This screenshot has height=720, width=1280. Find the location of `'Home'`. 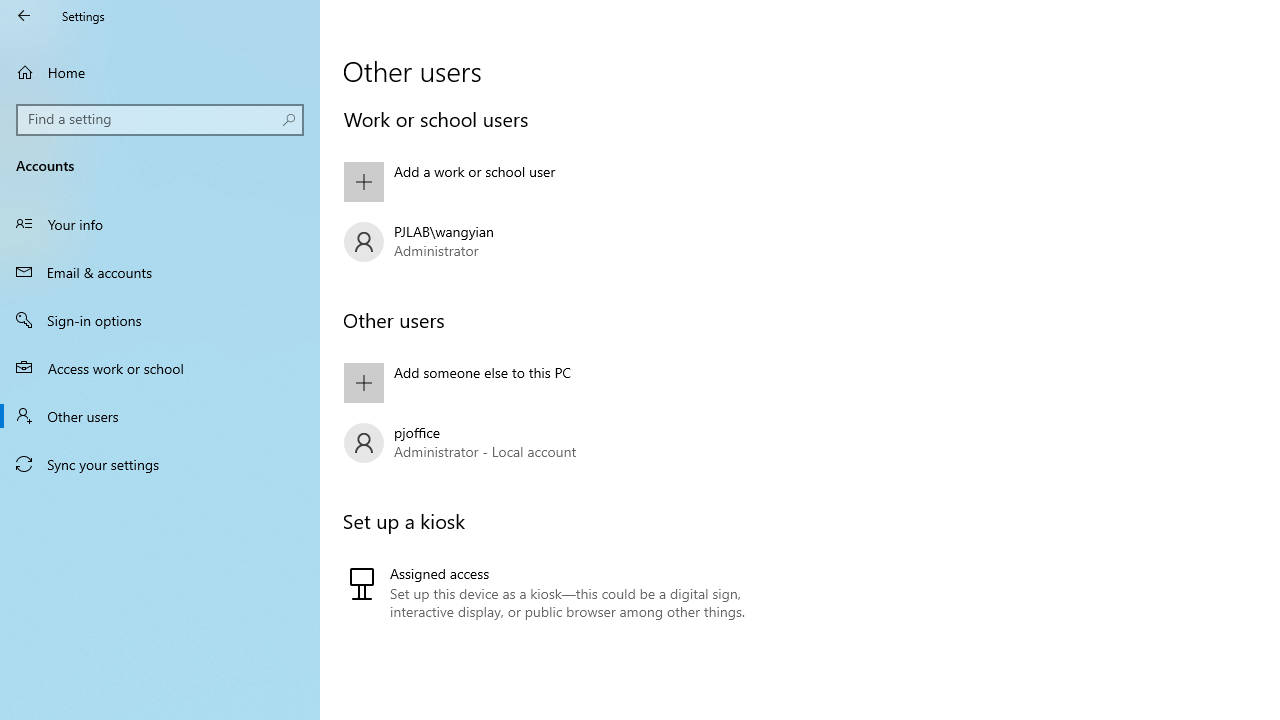

'Home' is located at coordinates (160, 71).